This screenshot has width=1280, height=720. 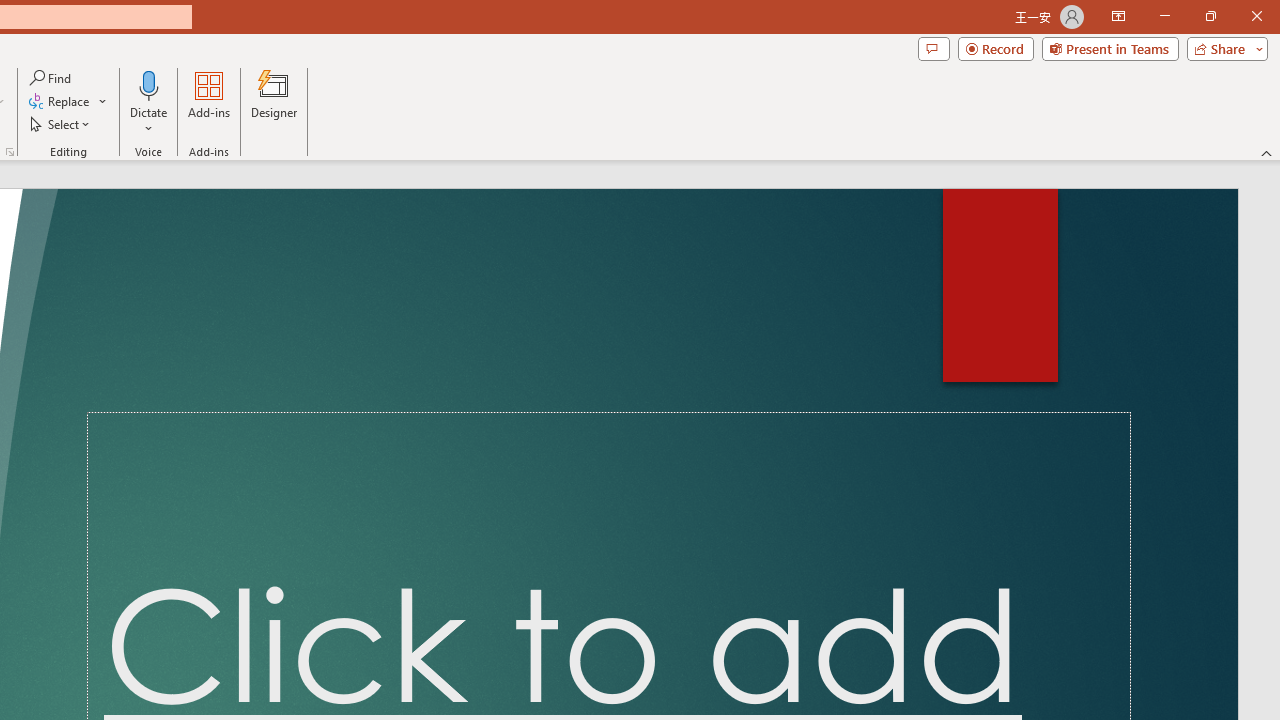 What do you see at coordinates (51, 77) in the screenshot?
I see `'Find...'` at bounding box center [51, 77].